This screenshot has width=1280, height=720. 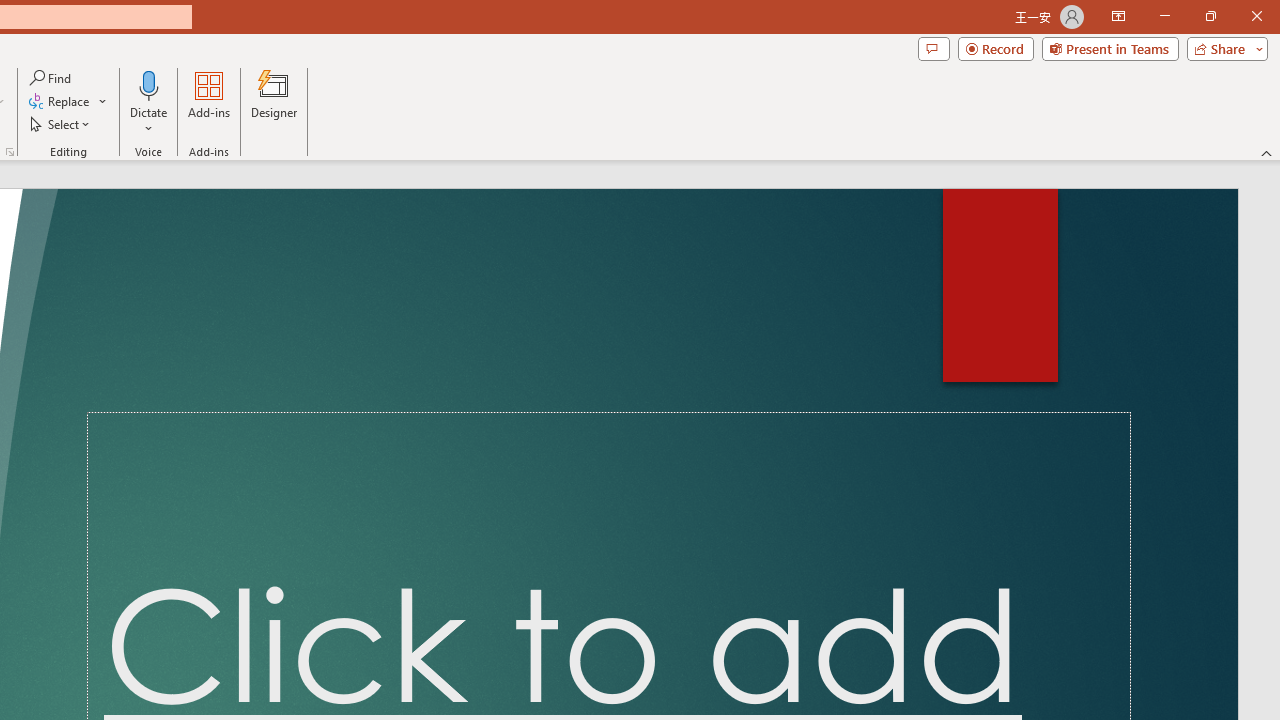 What do you see at coordinates (51, 77) in the screenshot?
I see `'Find...'` at bounding box center [51, 77].